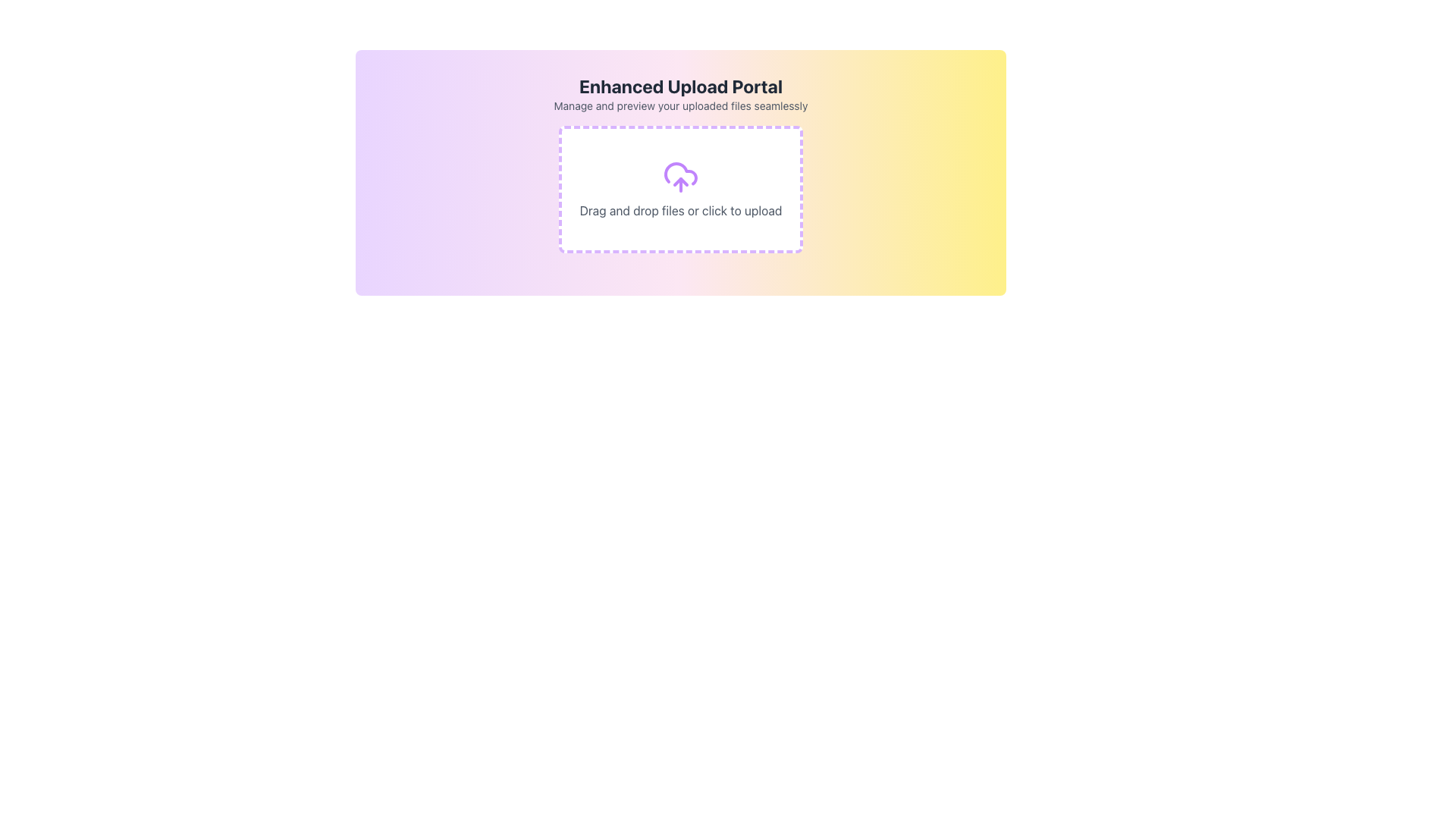 The image size is (1456, 819). What do you see at coordinates (679, 177) in the screenshot?
I see `the upload icon located at the center of the bordered box with a dashed purple border, which indicates drag-and-drop or click-to-upload functionality` at bounding box center [679, 177].